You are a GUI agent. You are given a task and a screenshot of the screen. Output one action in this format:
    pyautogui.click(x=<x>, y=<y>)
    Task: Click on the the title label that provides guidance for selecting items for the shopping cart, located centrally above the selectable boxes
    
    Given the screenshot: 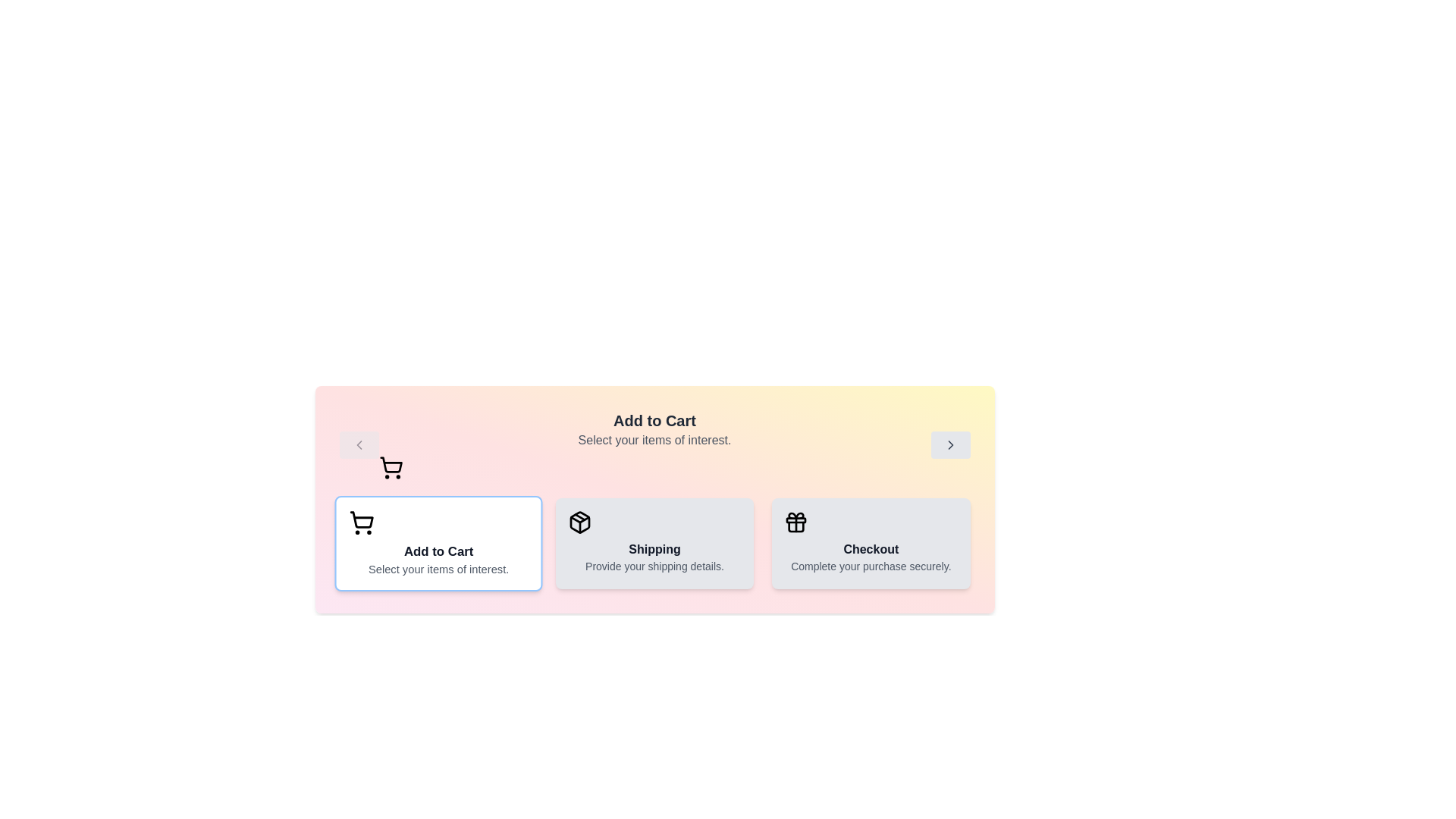 What is the action you would take?
    pyautogui.click(x=654, y=444)
    